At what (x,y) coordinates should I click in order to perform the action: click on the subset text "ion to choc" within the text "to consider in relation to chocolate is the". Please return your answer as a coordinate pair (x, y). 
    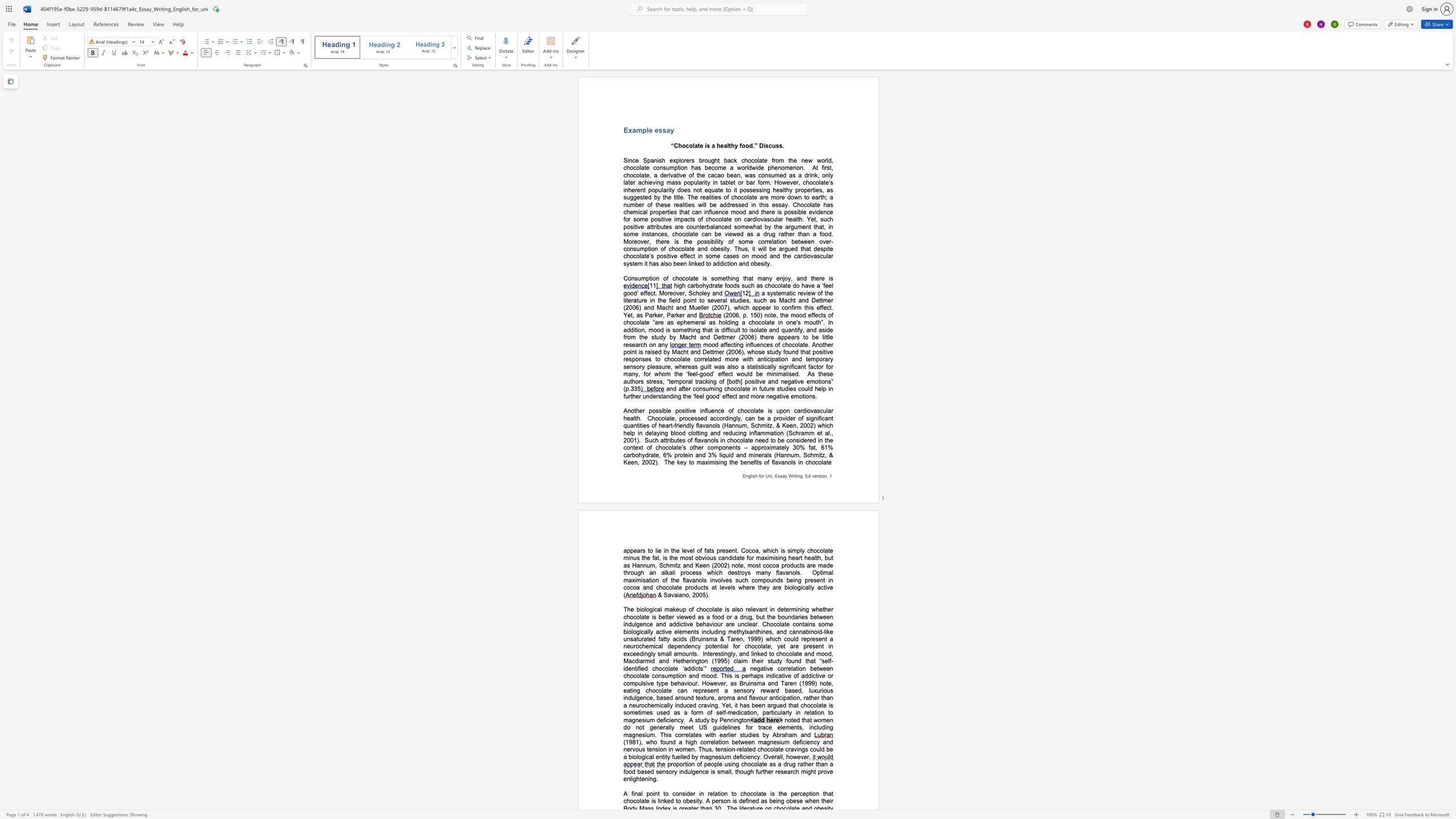
    Looking at the image, I should click on (719, 793).